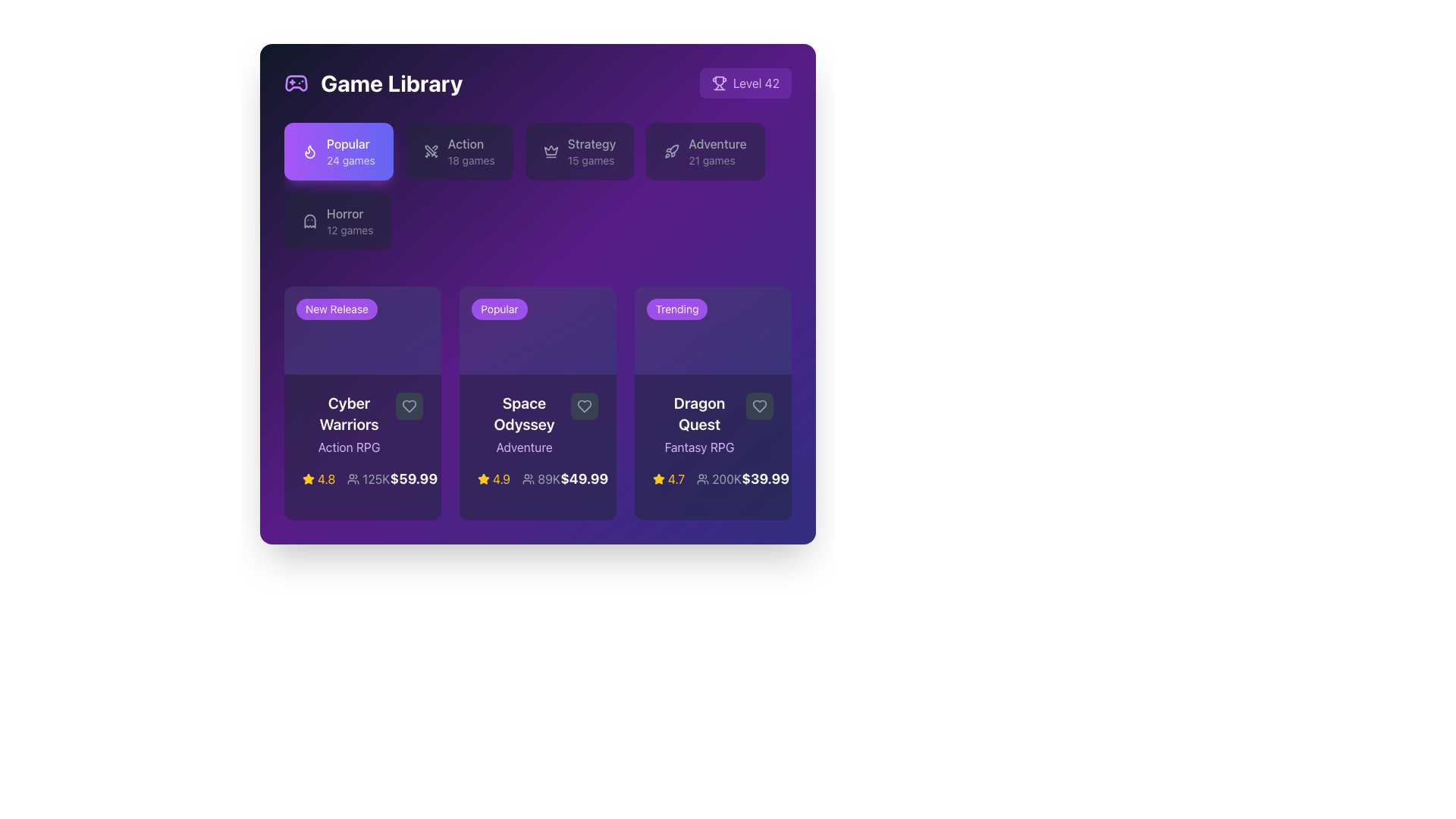 This screenshot has height=819, width=1456. What do you see at coordinates (519, 479) in the screenshot?
I see `the Rating and user statistics display that shows a yellow star icon followed by the rating value '4.9' and user count '89K' within the 'Popular' card of the 'Game Library' section` at bounding box center [519, 479].